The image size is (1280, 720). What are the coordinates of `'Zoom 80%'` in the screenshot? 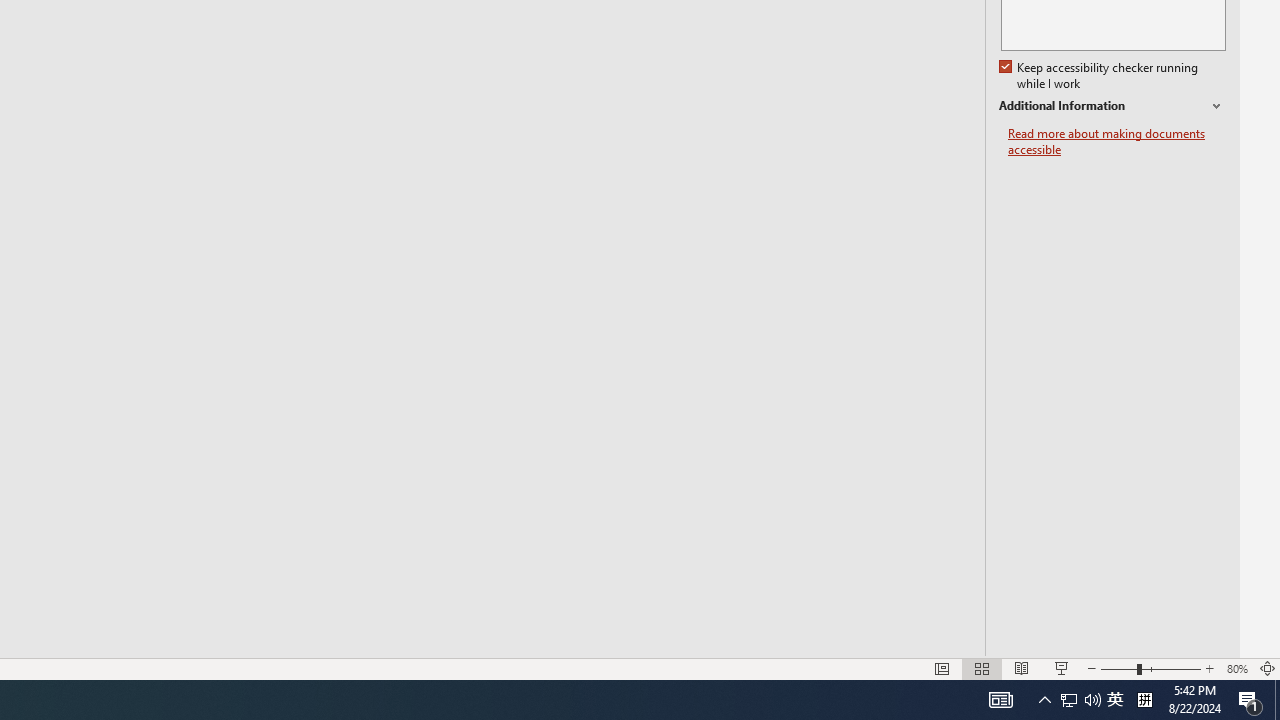 It's located at (1236, 669).